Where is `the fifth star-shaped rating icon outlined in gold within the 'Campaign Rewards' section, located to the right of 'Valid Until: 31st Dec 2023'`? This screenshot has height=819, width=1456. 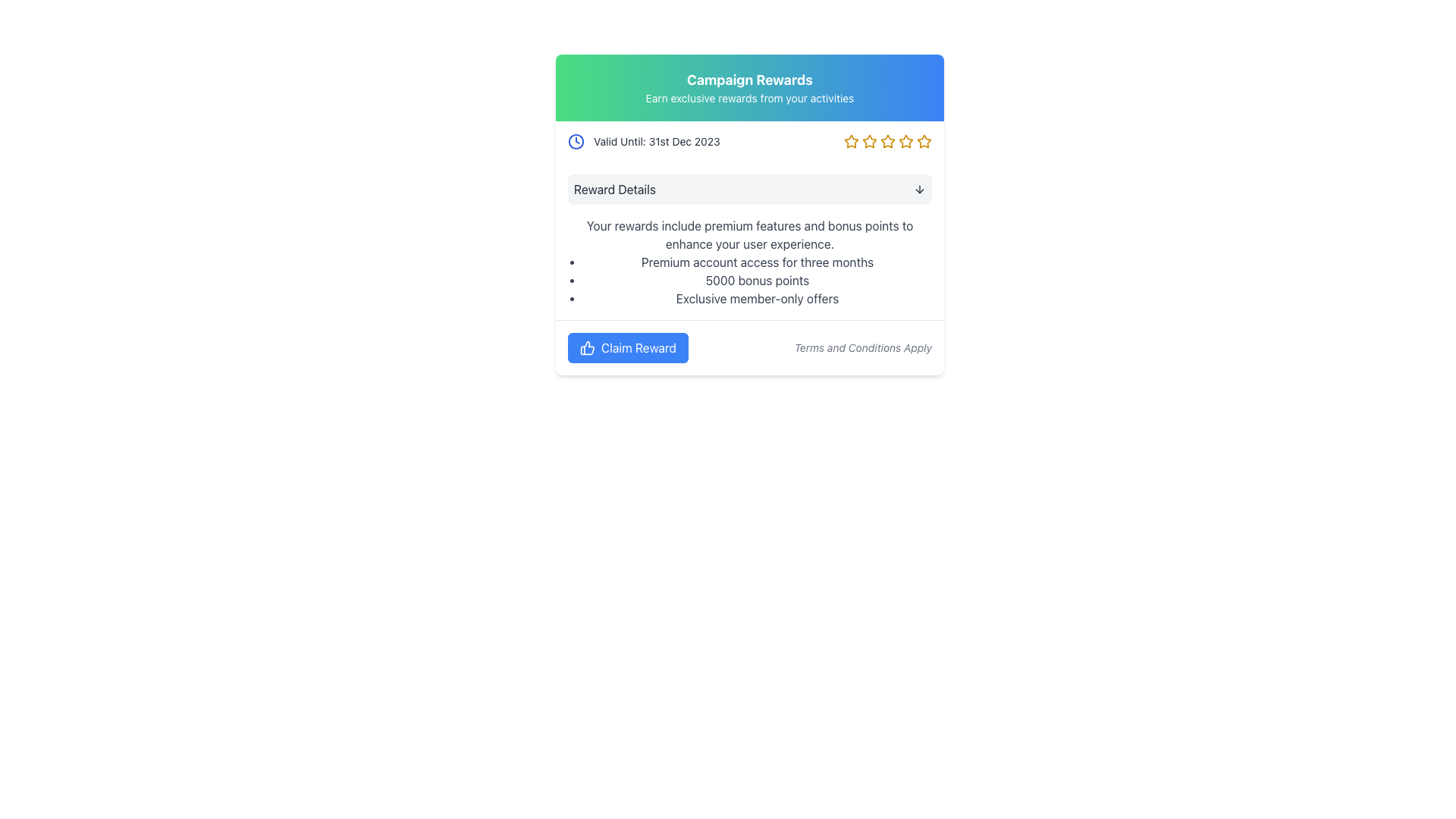
the fifth star-shaped rating icon outlined in gold within the 'Campaign Rewards' section, located to the right of 'Valid Until: 31st Dec 2023' is located at coordinates (906, 141).